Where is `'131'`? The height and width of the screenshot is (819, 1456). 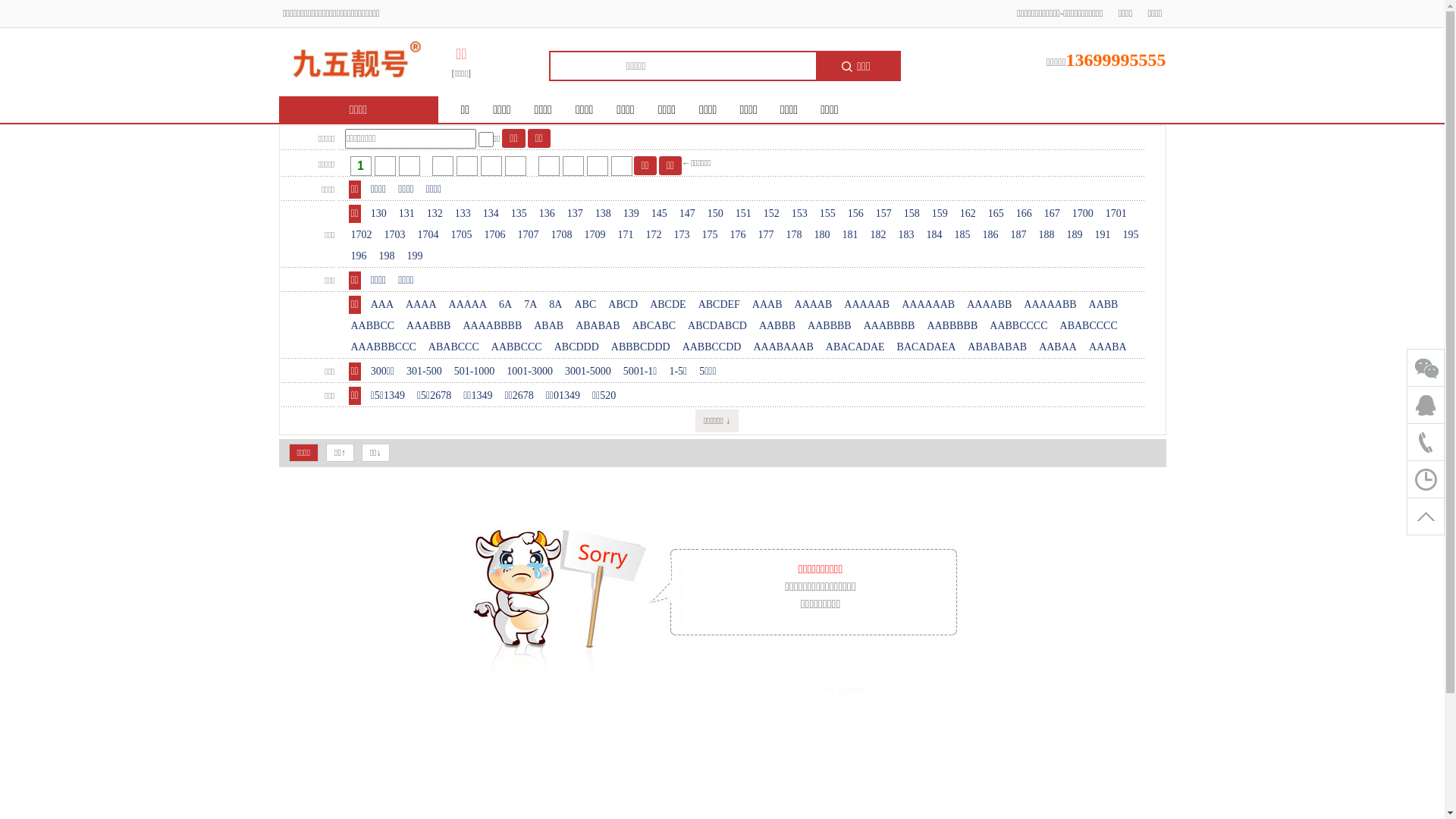
'131' is located at coordinates (397, 213).